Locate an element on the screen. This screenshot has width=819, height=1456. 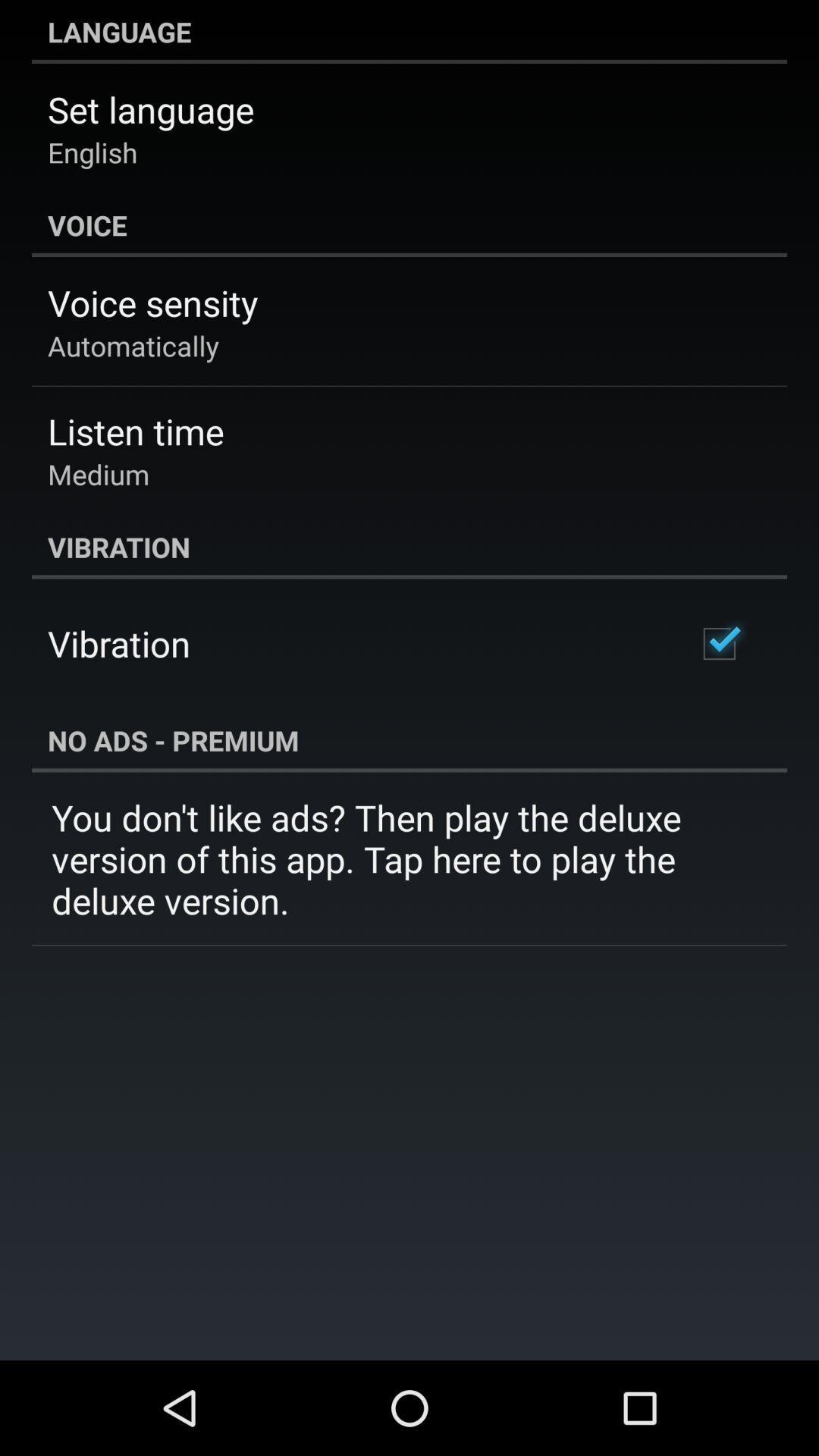
the icon above medium app is located at coordinates (135, 430).